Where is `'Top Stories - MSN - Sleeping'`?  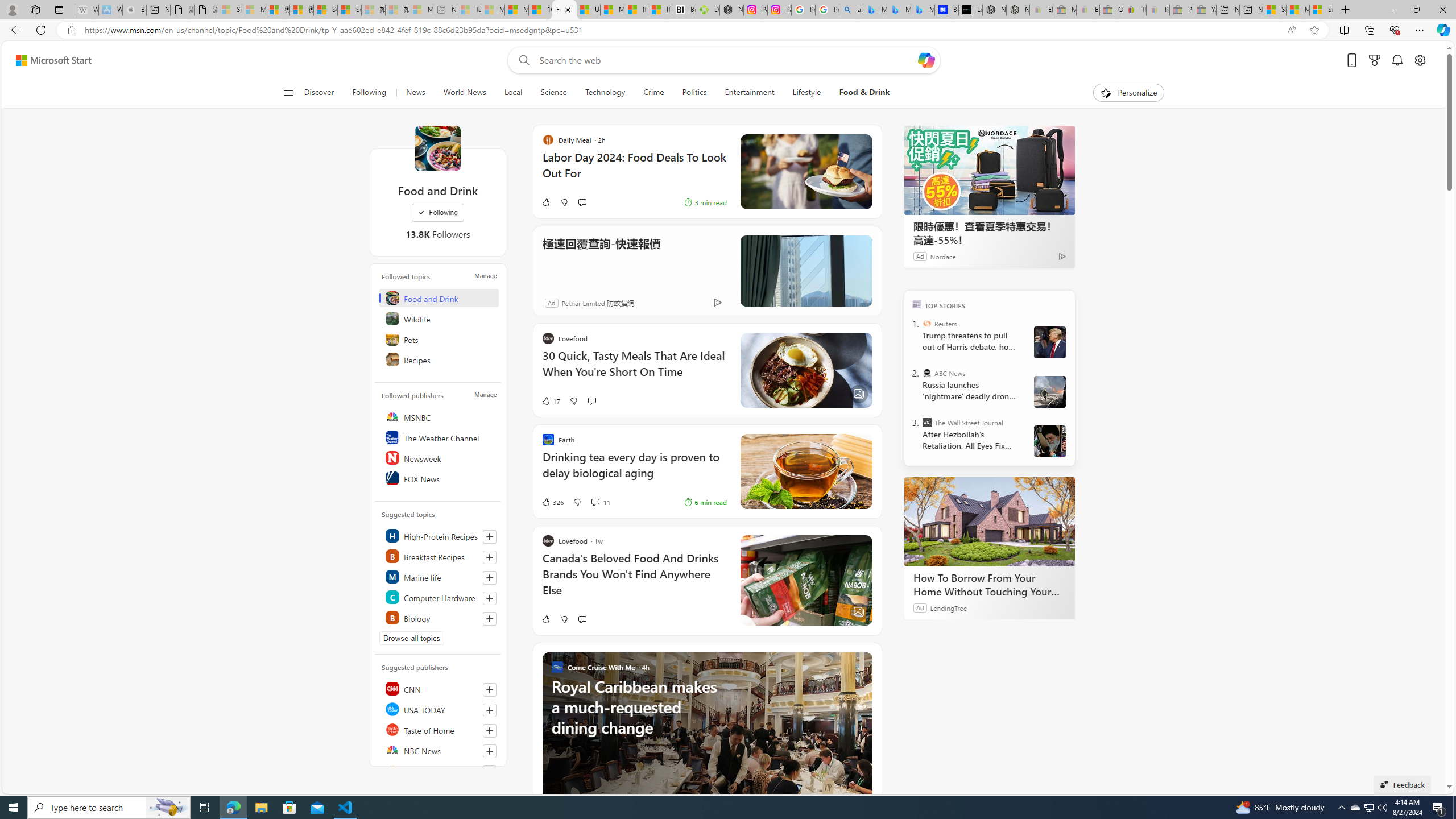
'Top Stories - MSN - Sleeping' is located at coordinates (469, 9).